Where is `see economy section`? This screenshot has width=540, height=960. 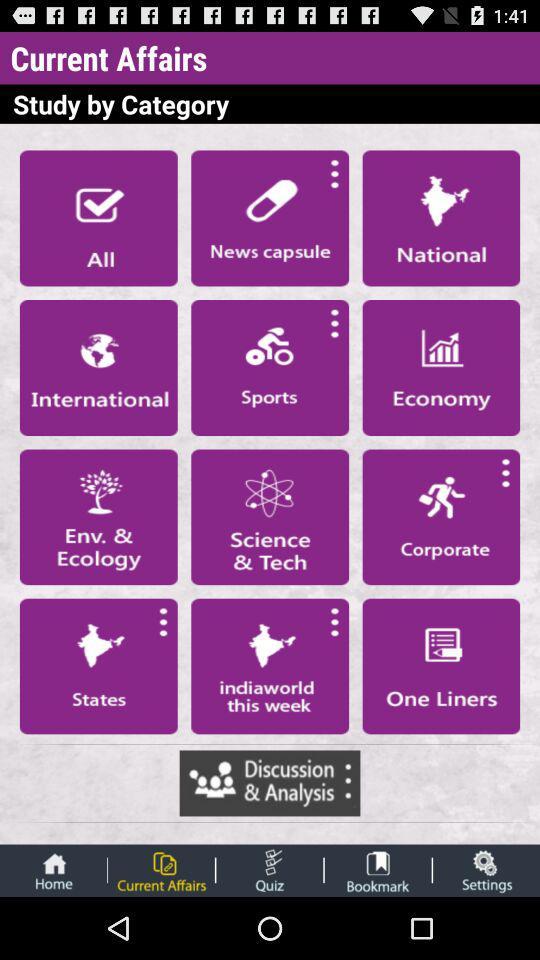 see economy section is located at coordinates (441, 366).